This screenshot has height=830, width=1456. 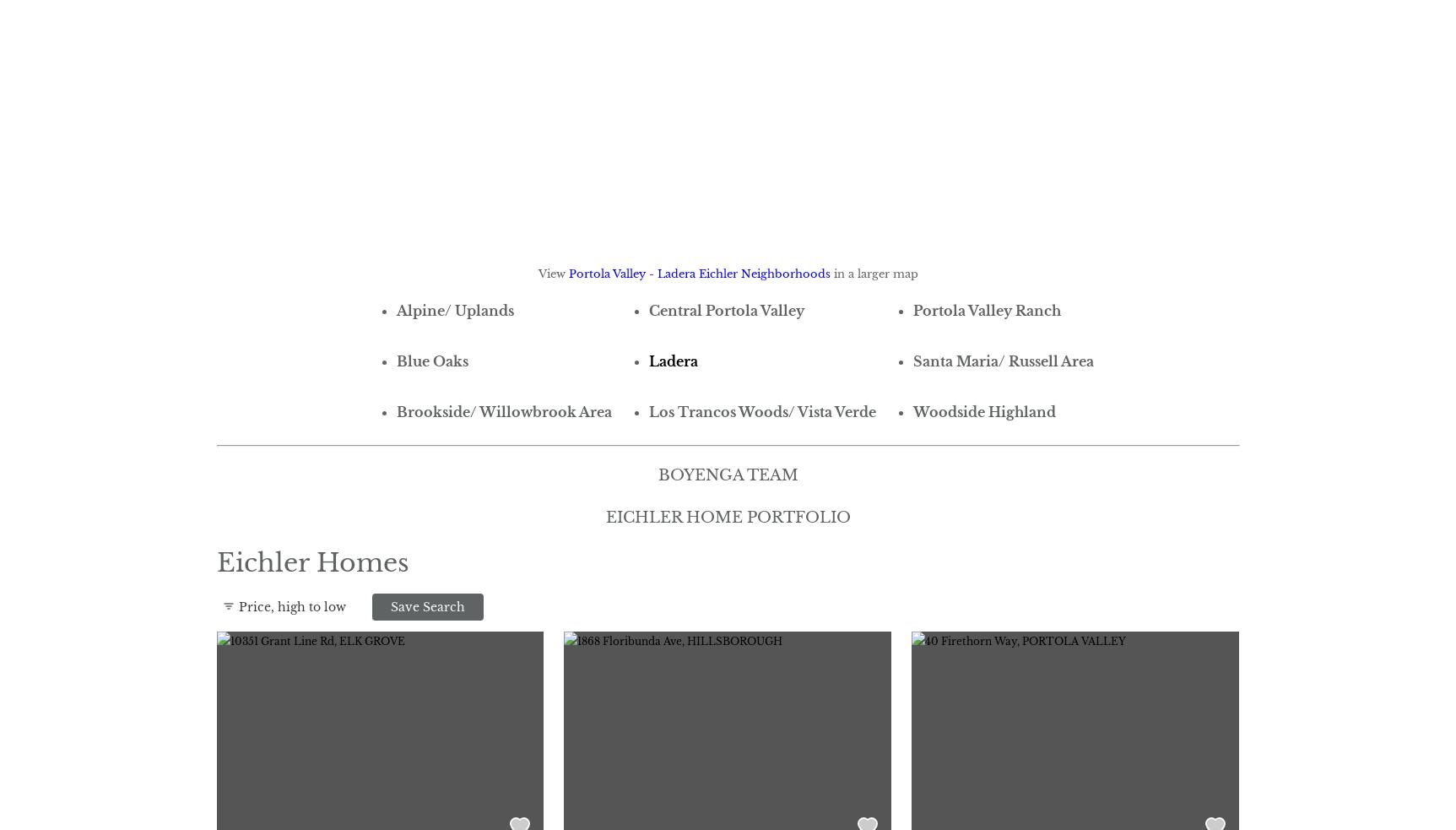 I want to click on 'Woodside Highland', so click(x=983, y=410).